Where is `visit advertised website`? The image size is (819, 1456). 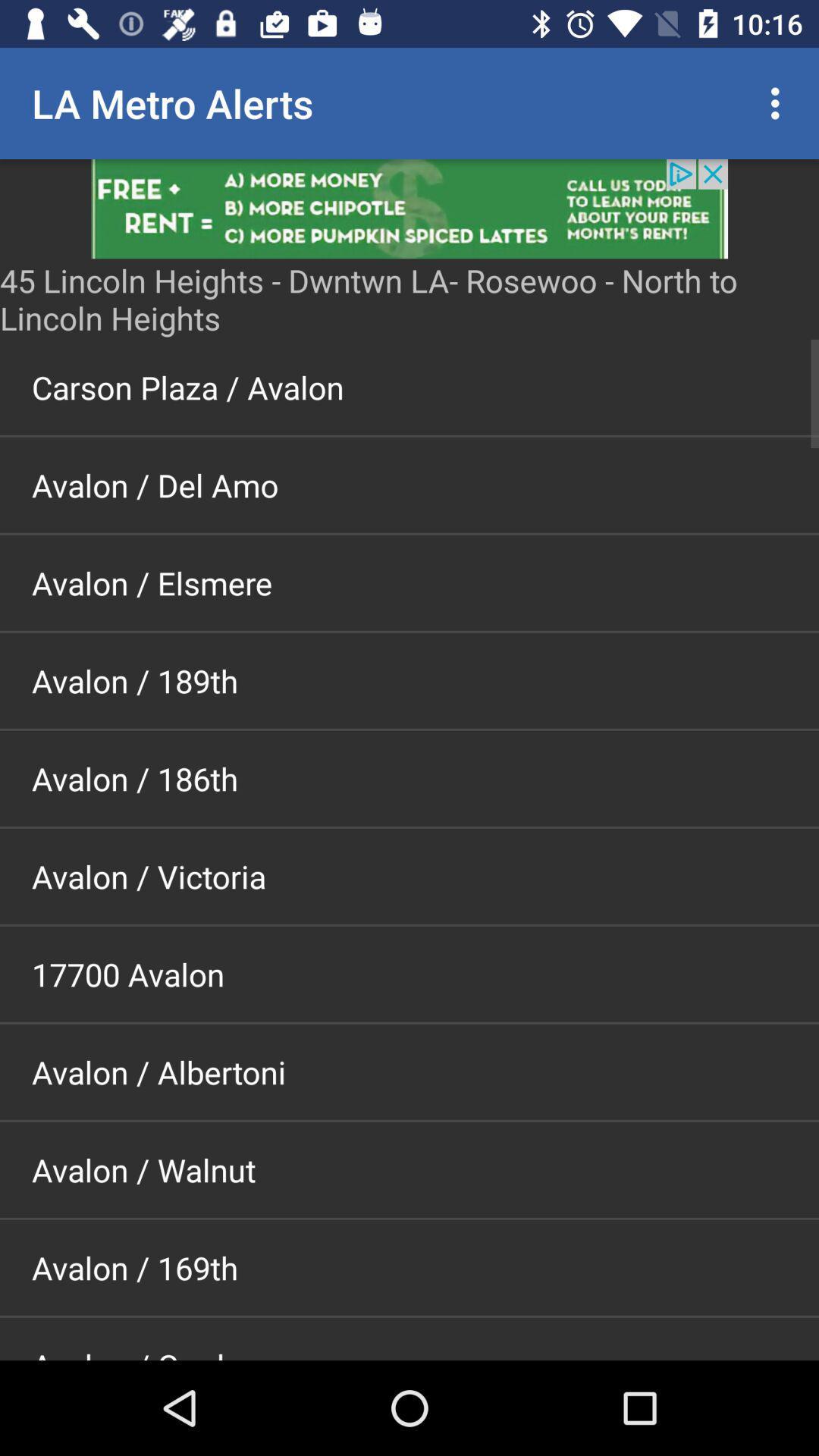
visit advertised website is located at coordinates (409, 208).